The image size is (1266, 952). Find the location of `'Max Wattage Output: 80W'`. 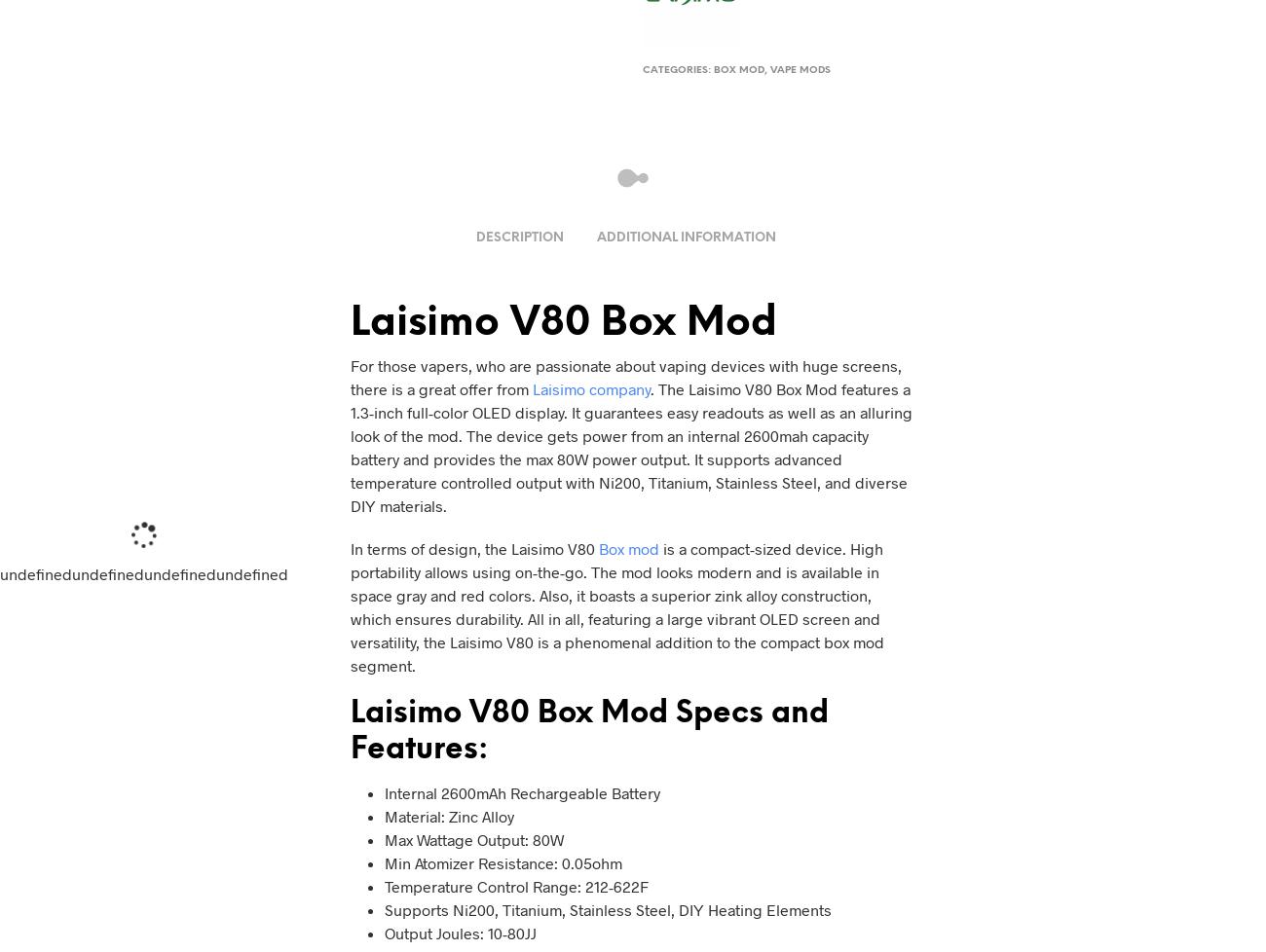

'Max Wattage Output: 80W' is located at coordinates (472, 838).